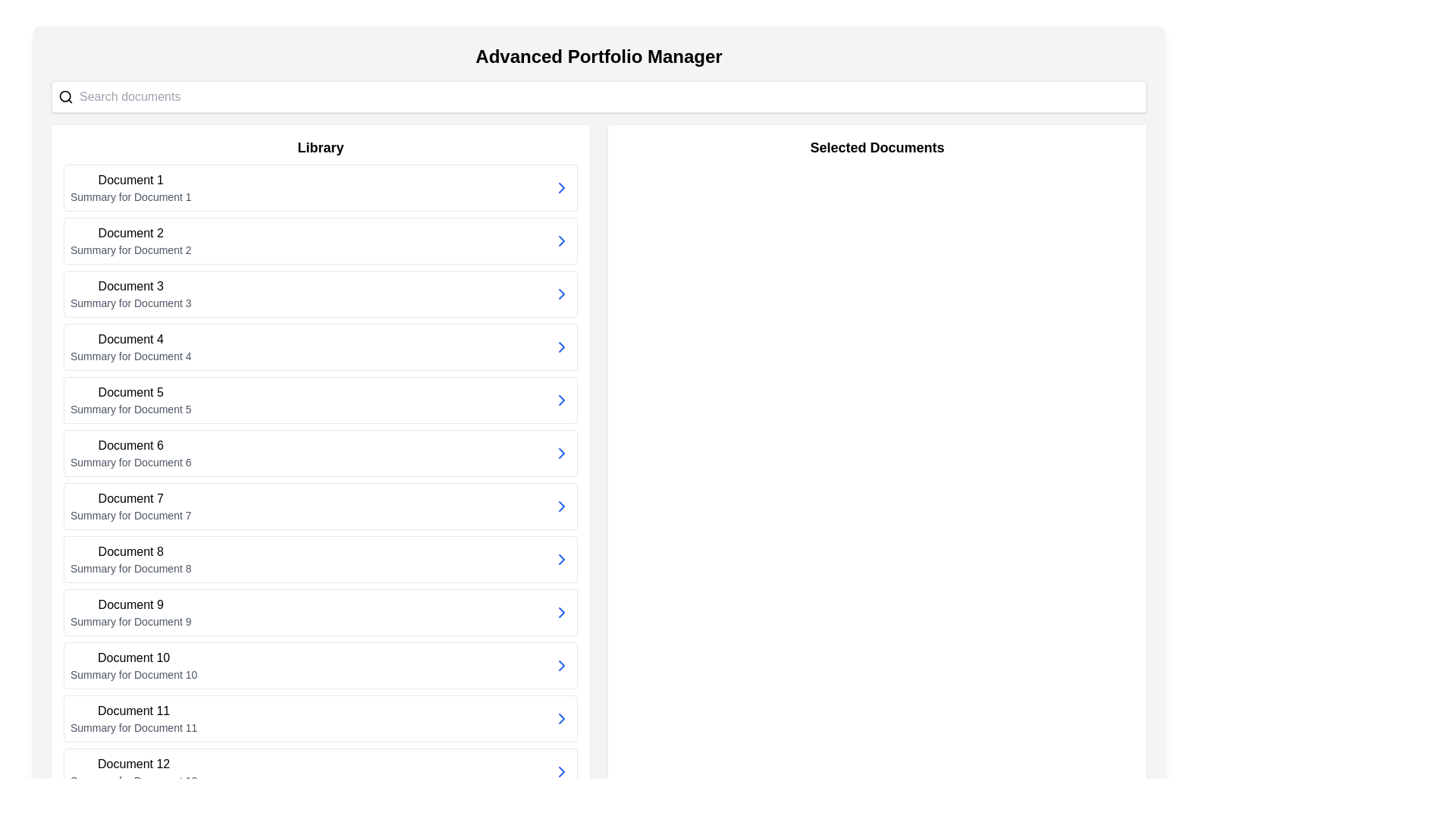  I want to click on the right-facing chevron-shaped arrow icon button located at the far right end of the card labeled 'Document 7', so click(560, 506).